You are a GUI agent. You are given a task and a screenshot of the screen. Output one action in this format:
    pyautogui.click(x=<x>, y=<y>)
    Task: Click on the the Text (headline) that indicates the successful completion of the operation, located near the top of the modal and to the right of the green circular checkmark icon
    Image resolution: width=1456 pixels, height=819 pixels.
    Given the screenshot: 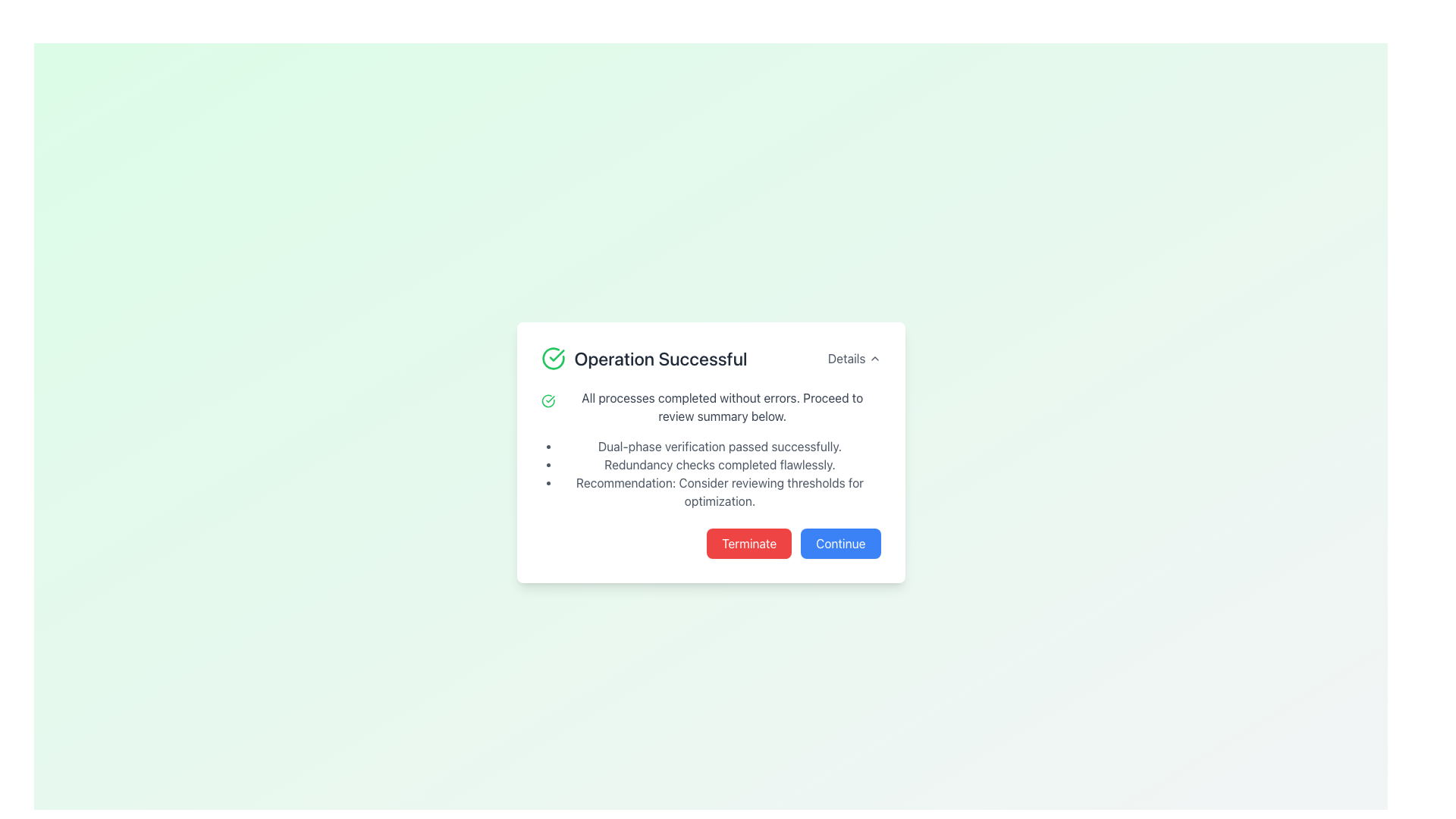 What is the action you would take?
    pyautogui.click(x=661, y=359)
    